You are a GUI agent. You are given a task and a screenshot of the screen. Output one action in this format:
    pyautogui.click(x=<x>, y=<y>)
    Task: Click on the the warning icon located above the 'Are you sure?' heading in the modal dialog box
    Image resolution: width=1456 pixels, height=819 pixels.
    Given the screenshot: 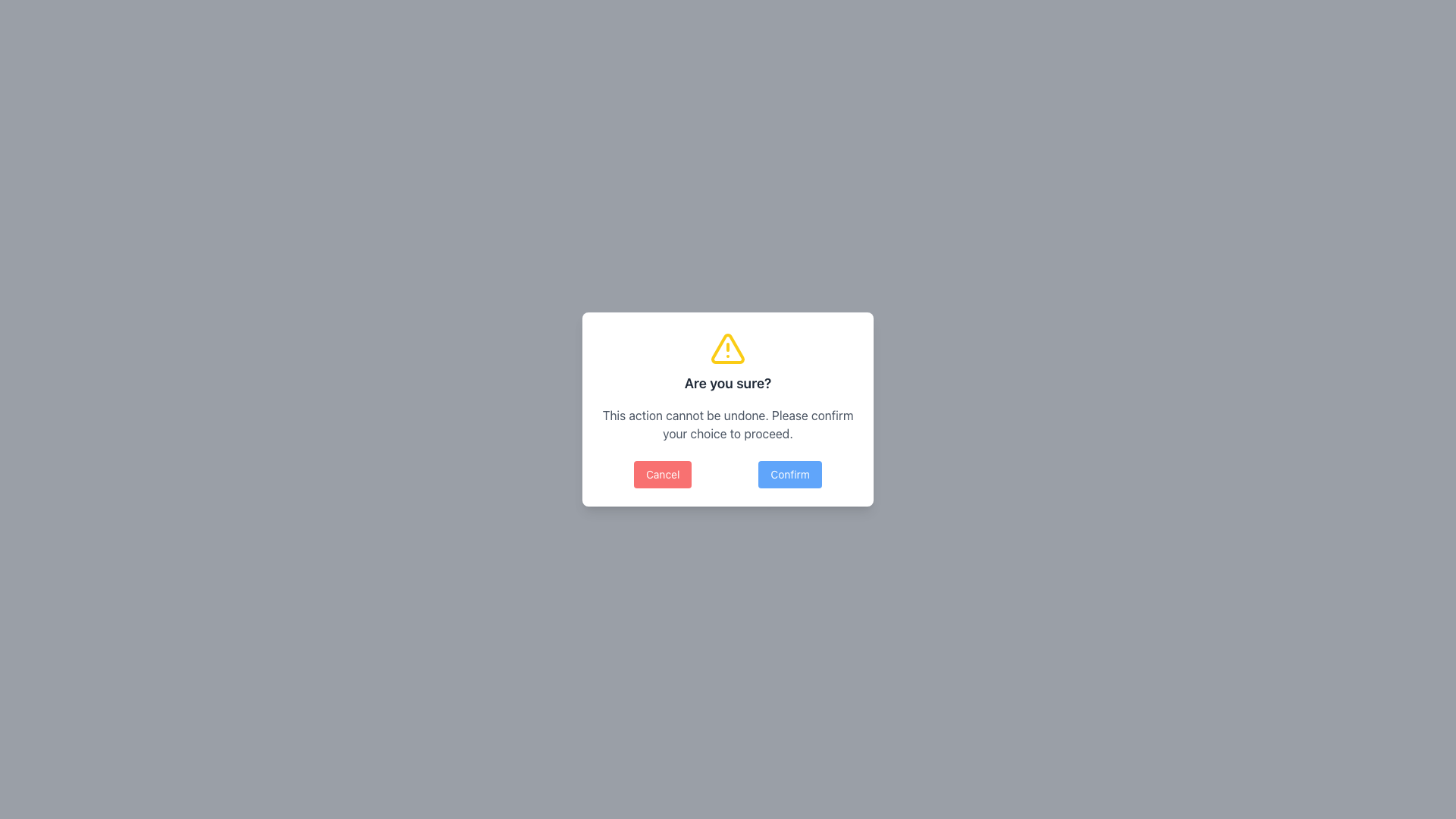 What is the action you would take?
    pyautogui.click(x=728, y=348)
    